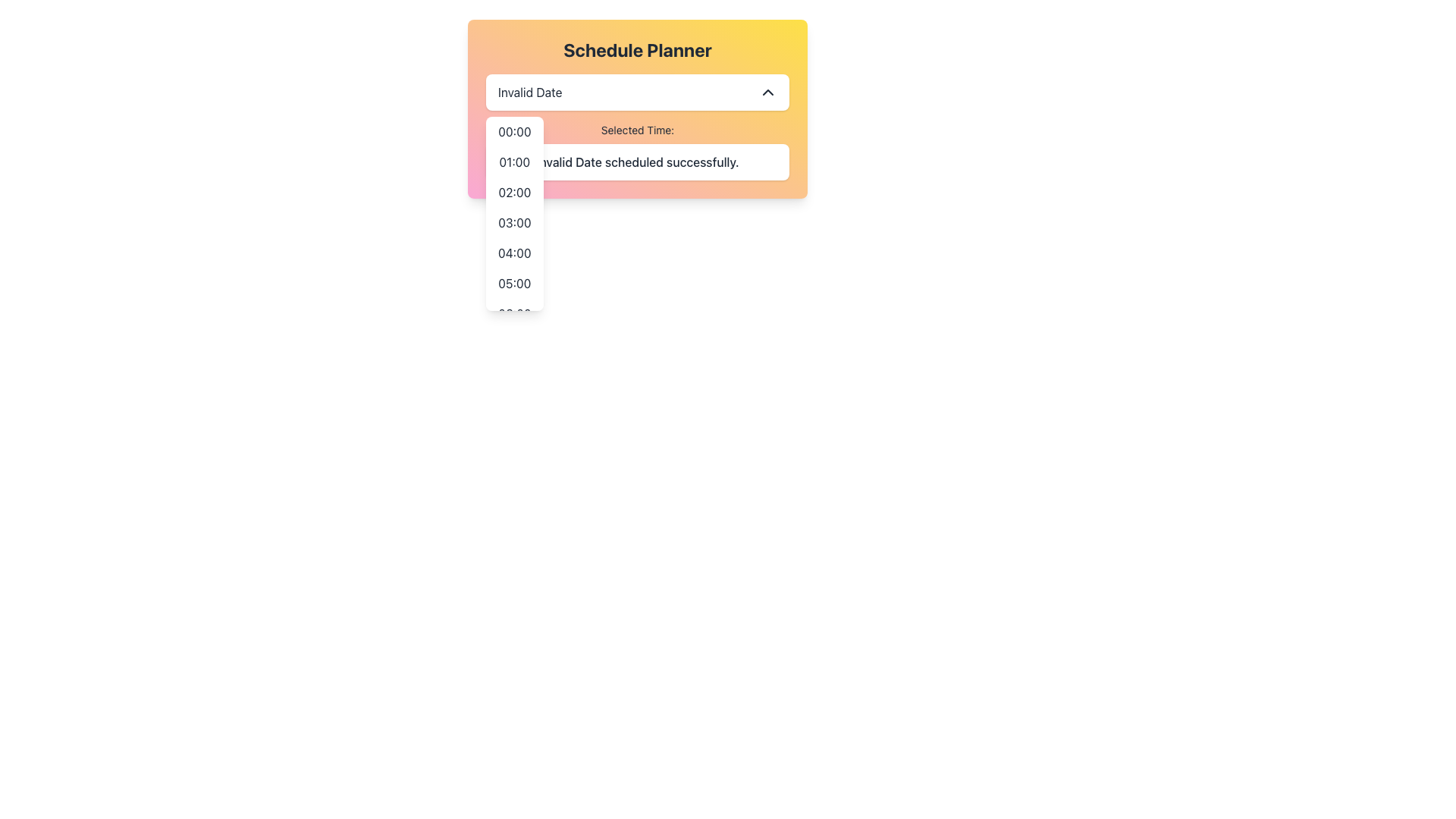 This screenshot has width=1456, height=819. I want to click on the Dropdown Button labeled 'Invalid Date', so click(637, 93).